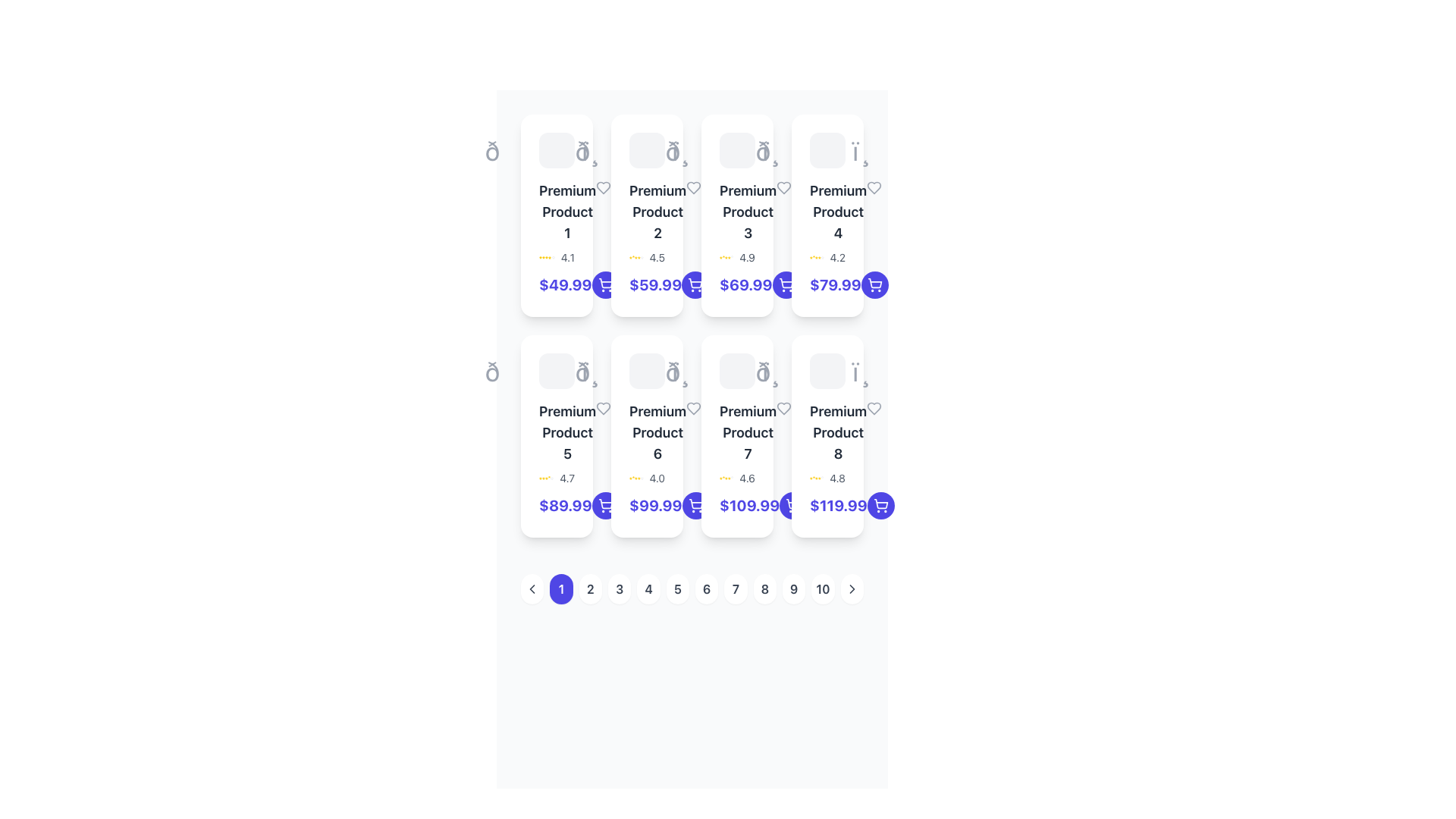 This screenshot has width=1456, height=819. I want to click on the Product information card located in the second row and third column of the grid layout, so click(647, 436).